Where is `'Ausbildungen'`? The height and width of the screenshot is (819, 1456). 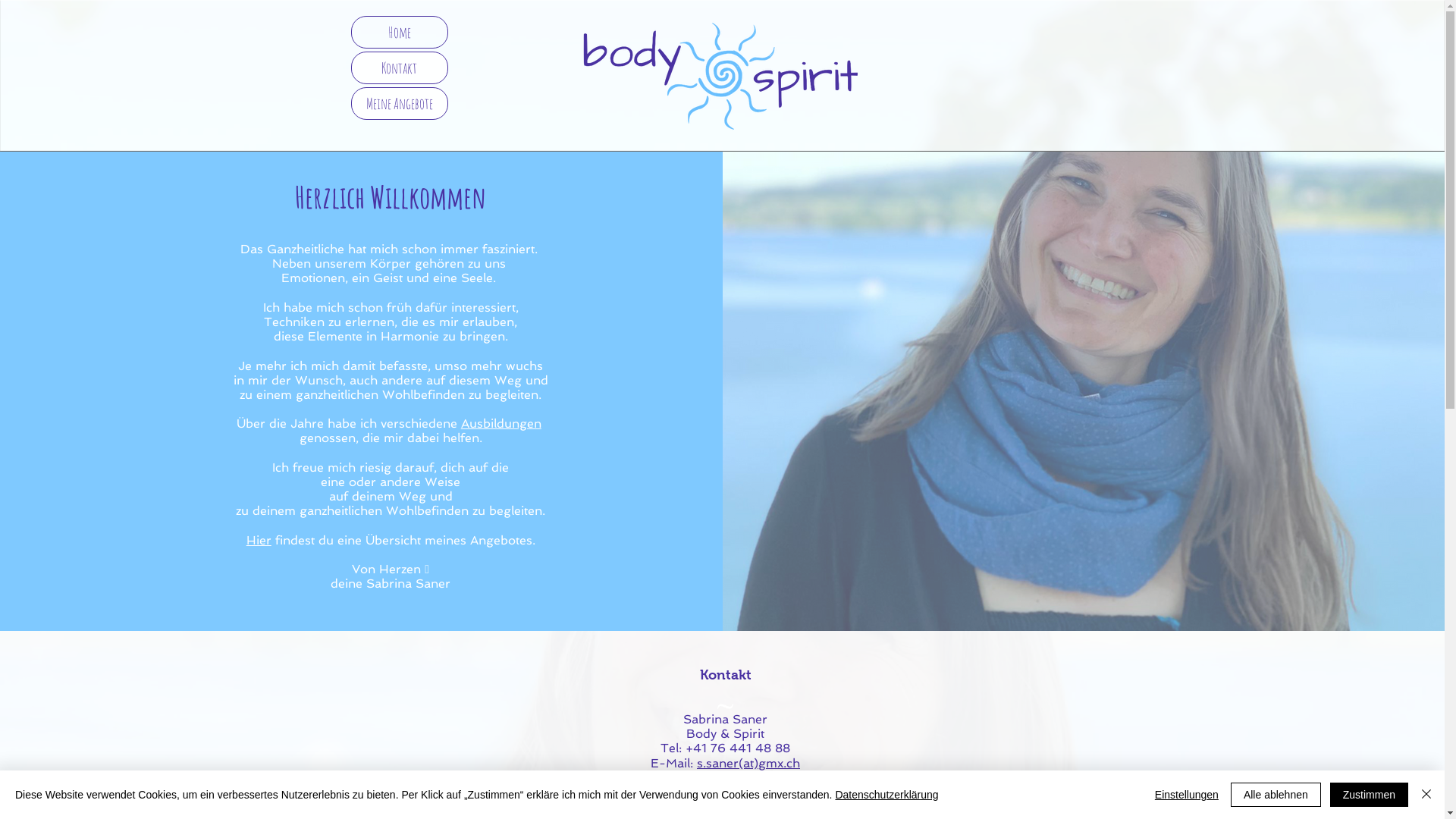
'Ausbildungen' is located at coordinates (501, 423).